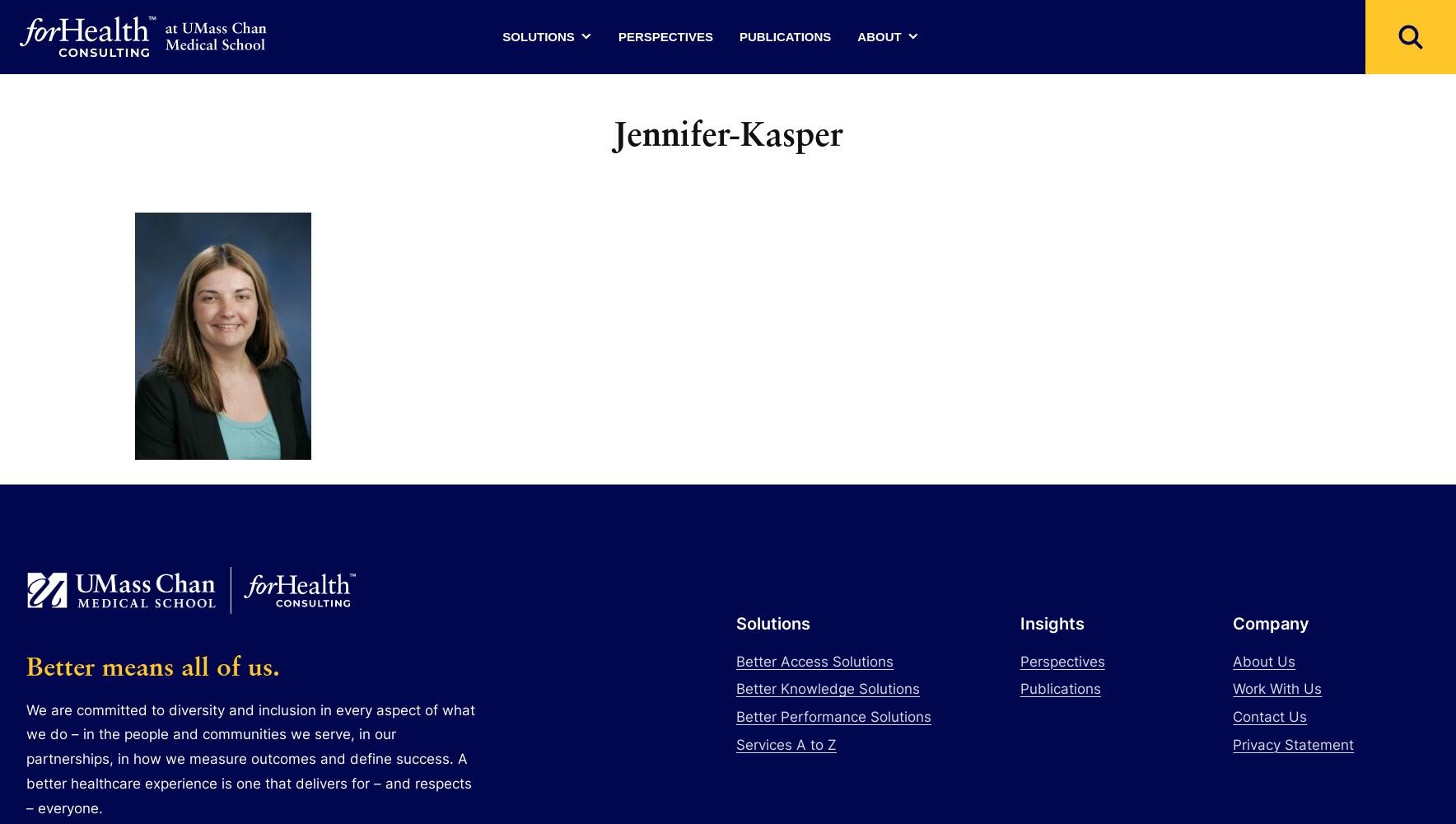  What do you see at coordinates (878, 36) in the screenshot?
I see `'About'` at bounding box center [878, 36].